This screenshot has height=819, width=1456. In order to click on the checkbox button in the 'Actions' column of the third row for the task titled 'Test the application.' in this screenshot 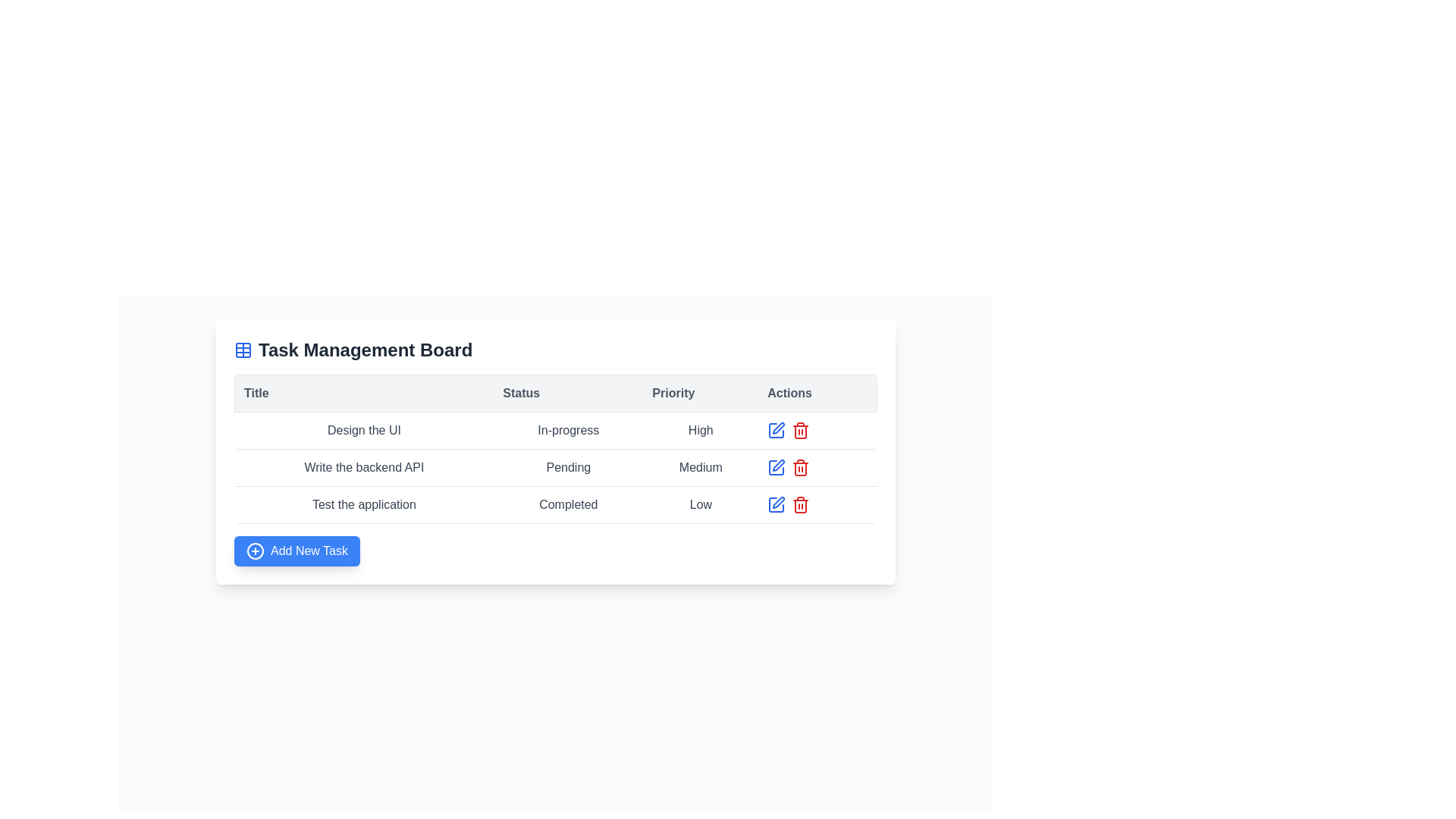, I will do `click(777, 430)`.